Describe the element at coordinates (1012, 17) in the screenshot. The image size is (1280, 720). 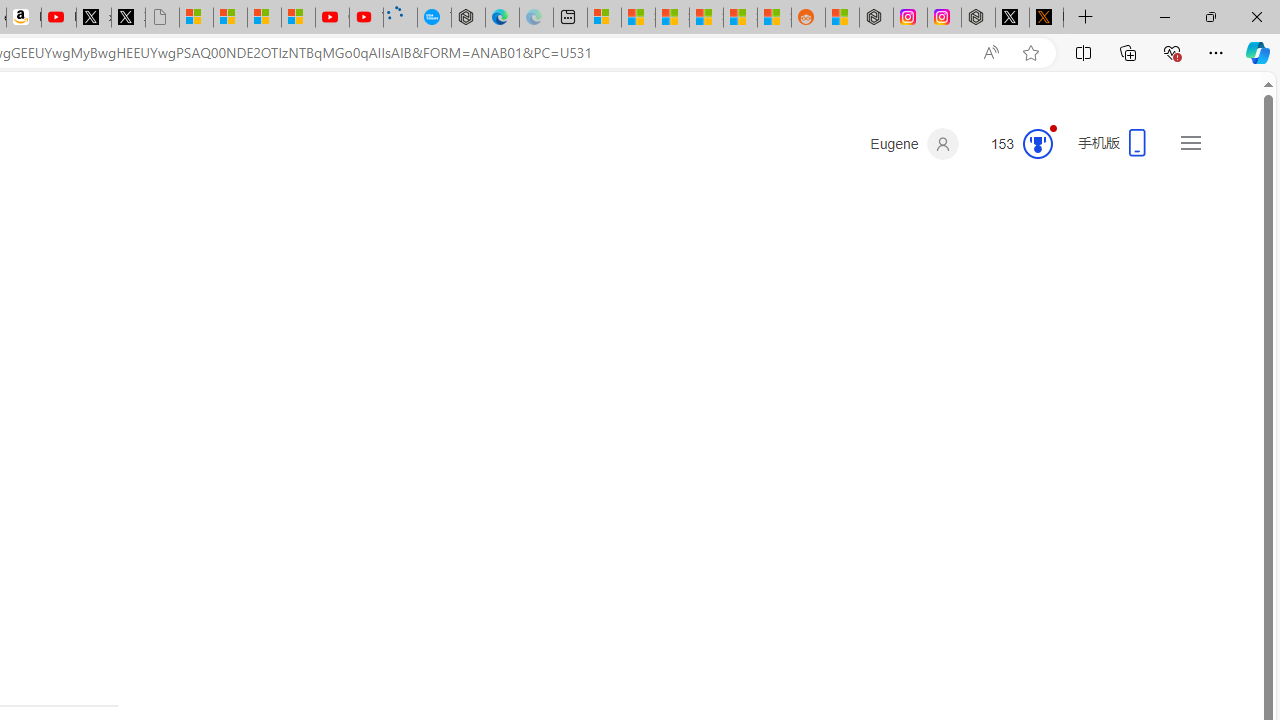
I see `'Nordace (@NordaceOfficial) / X'` at that location.